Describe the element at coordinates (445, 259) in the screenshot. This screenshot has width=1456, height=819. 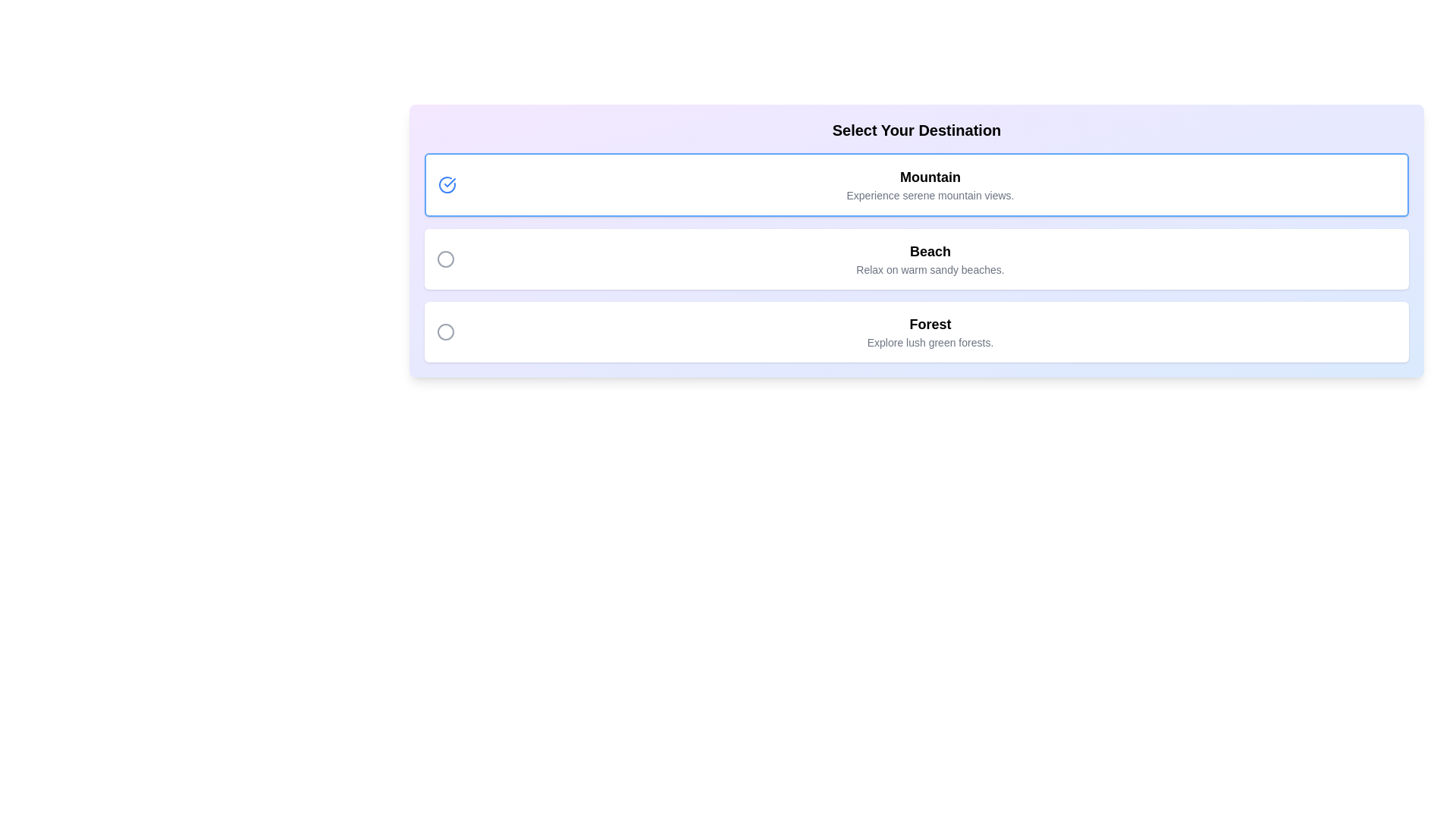
I see `the center of the radio button that indicates the 'Beach' option in the second row of a vertical list of selection markers` at that location.